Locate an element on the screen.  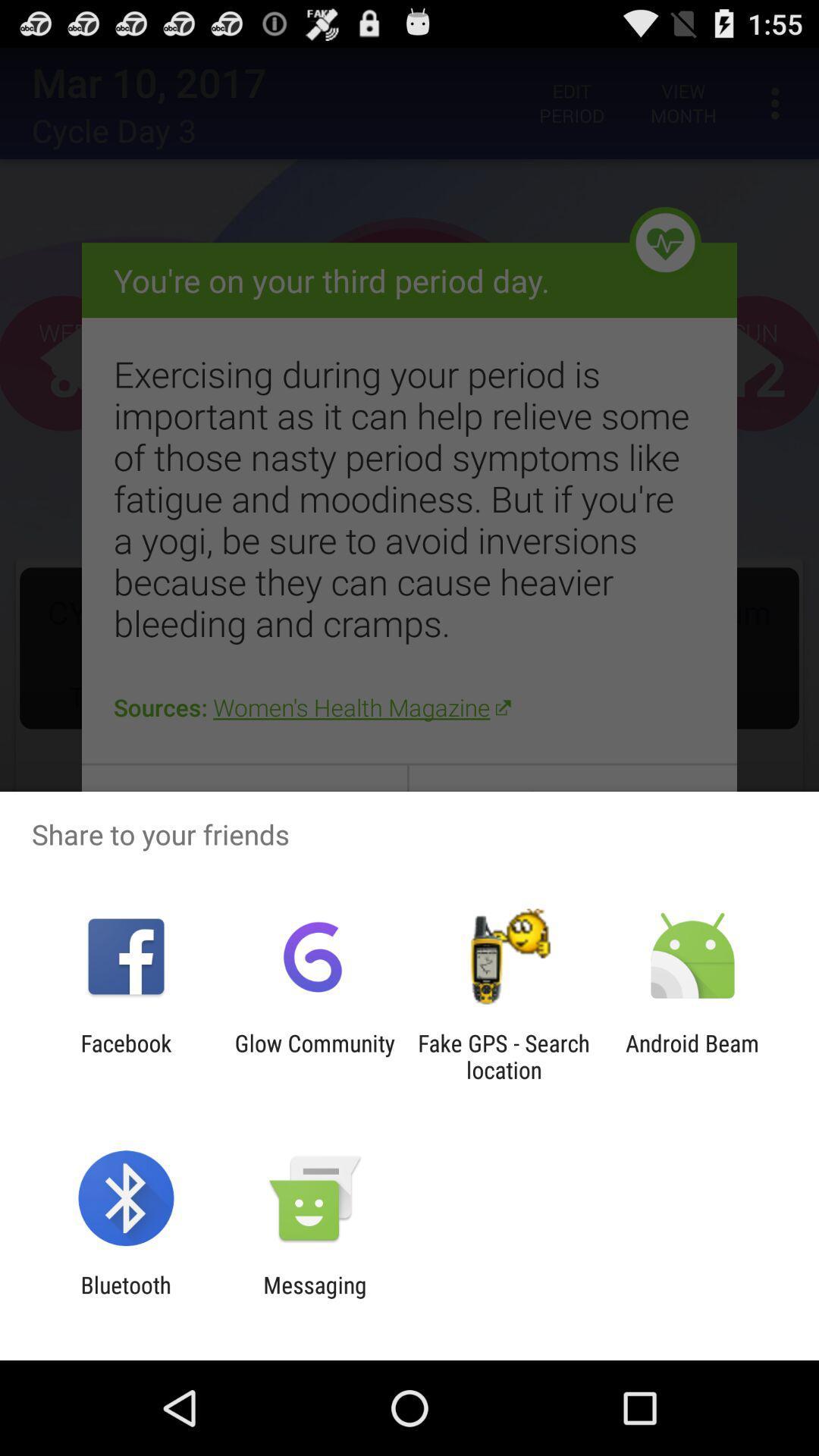
item to the left of android beam icon is located at coordinates (504, 1056).